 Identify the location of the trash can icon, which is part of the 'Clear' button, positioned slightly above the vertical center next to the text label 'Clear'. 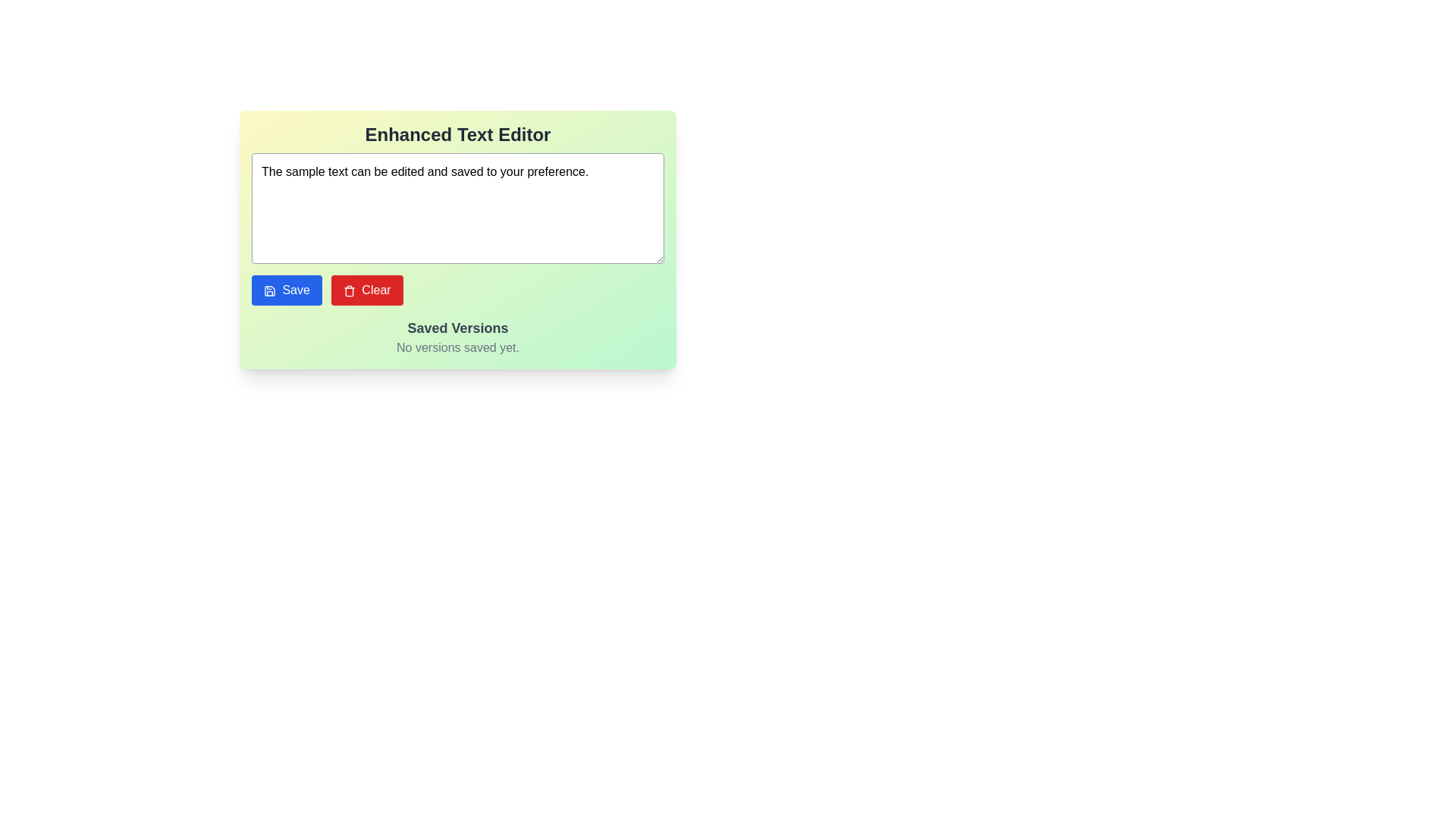
(348, 290).